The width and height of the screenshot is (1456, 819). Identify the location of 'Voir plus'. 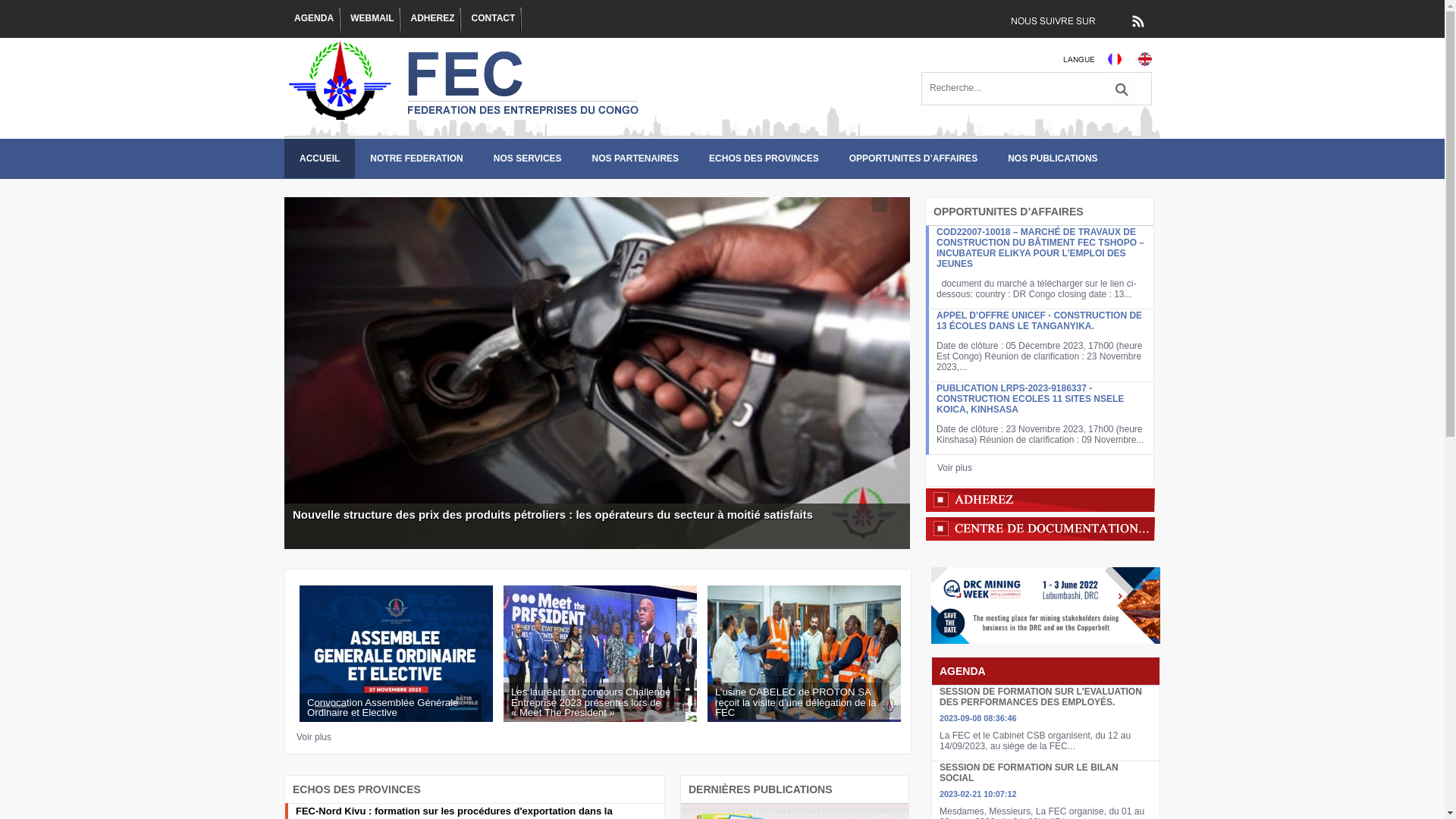
(312, 736).